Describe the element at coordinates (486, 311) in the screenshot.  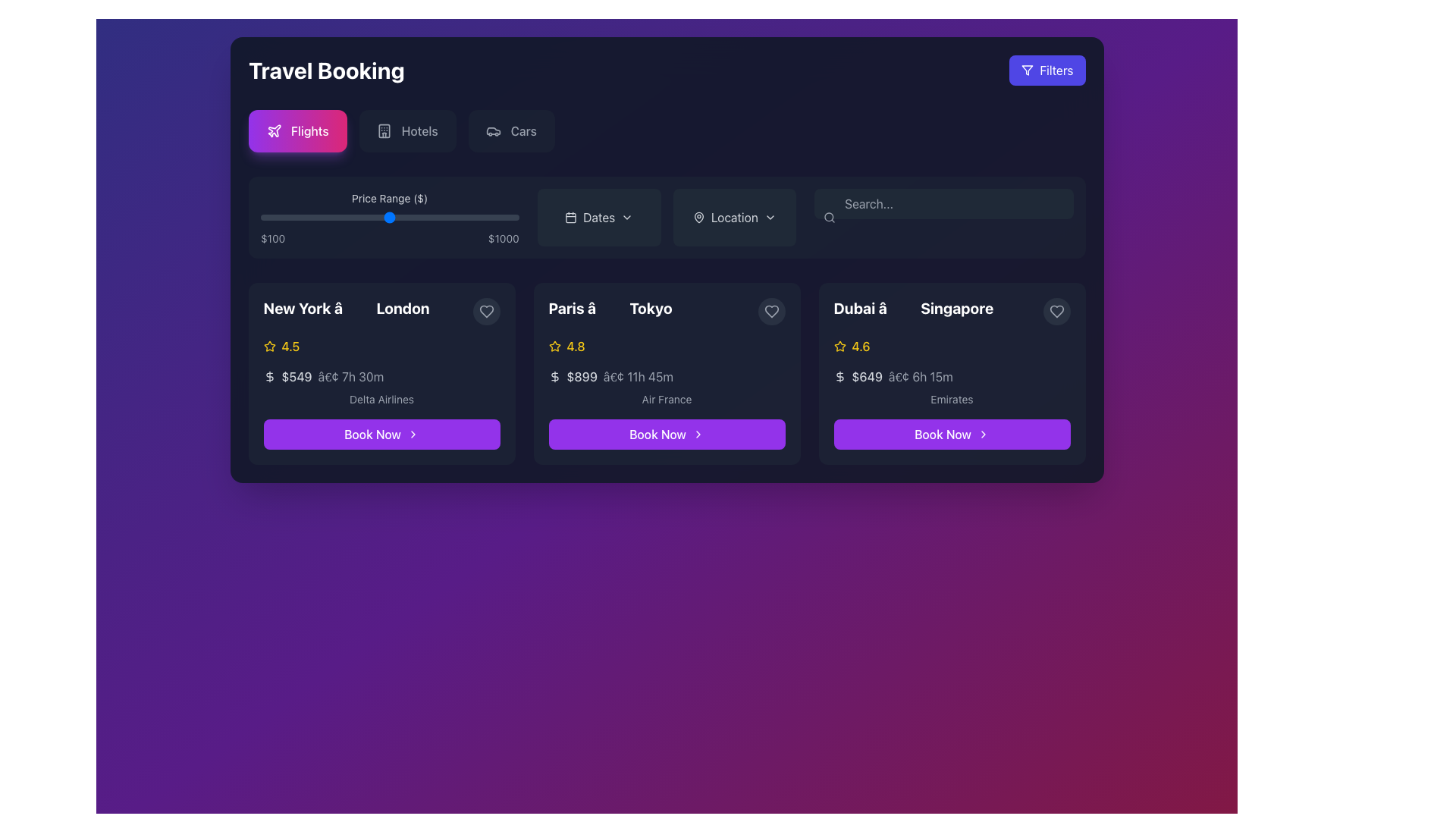
I see `the heart-shaped icon button in the second card (Paris → Tokyo) of the flight booking results to mark it as favorite` at that location.